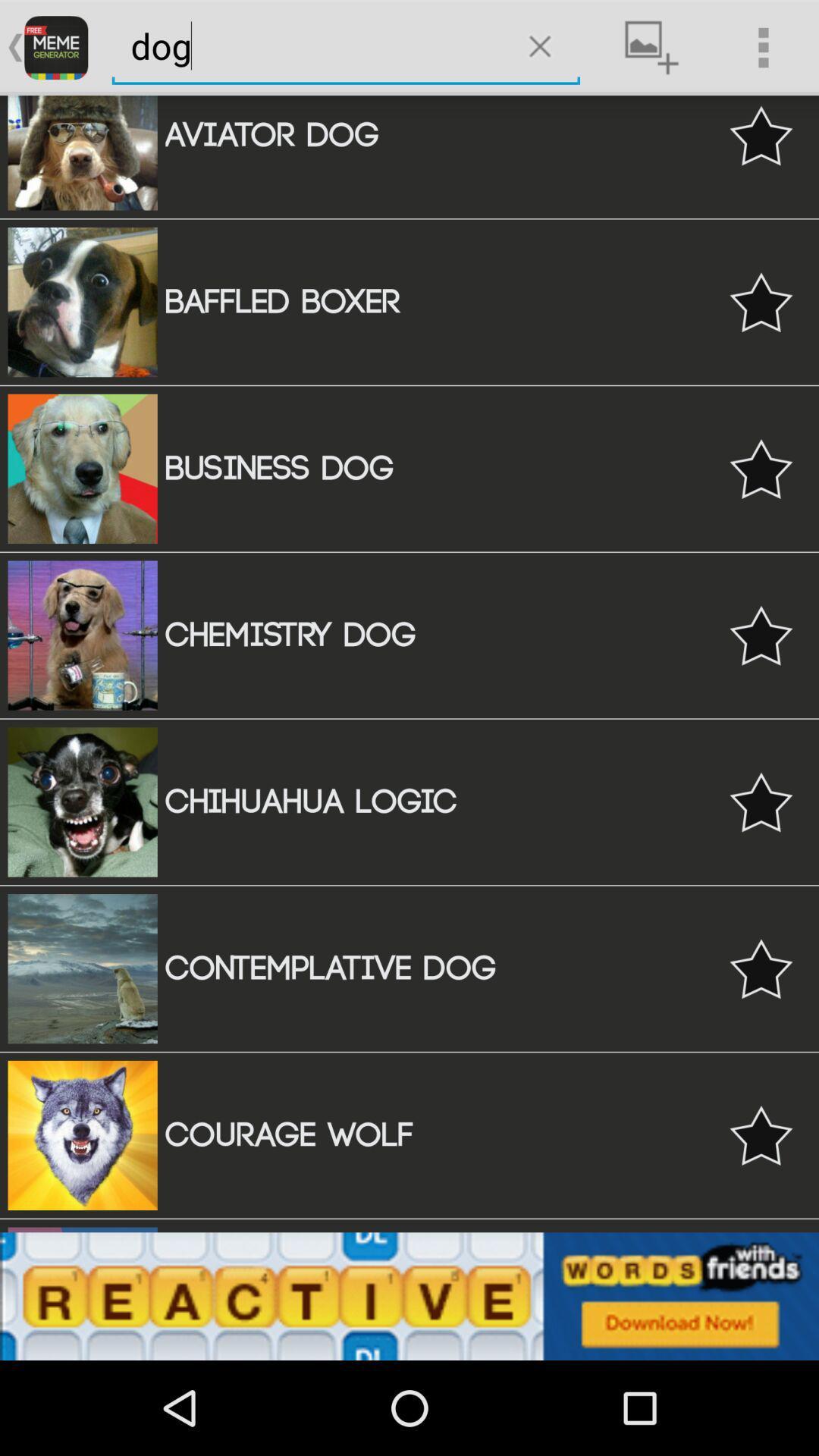  Describe the element at coordinates (308, 46) in the screenshot. I see `text field` at that location.